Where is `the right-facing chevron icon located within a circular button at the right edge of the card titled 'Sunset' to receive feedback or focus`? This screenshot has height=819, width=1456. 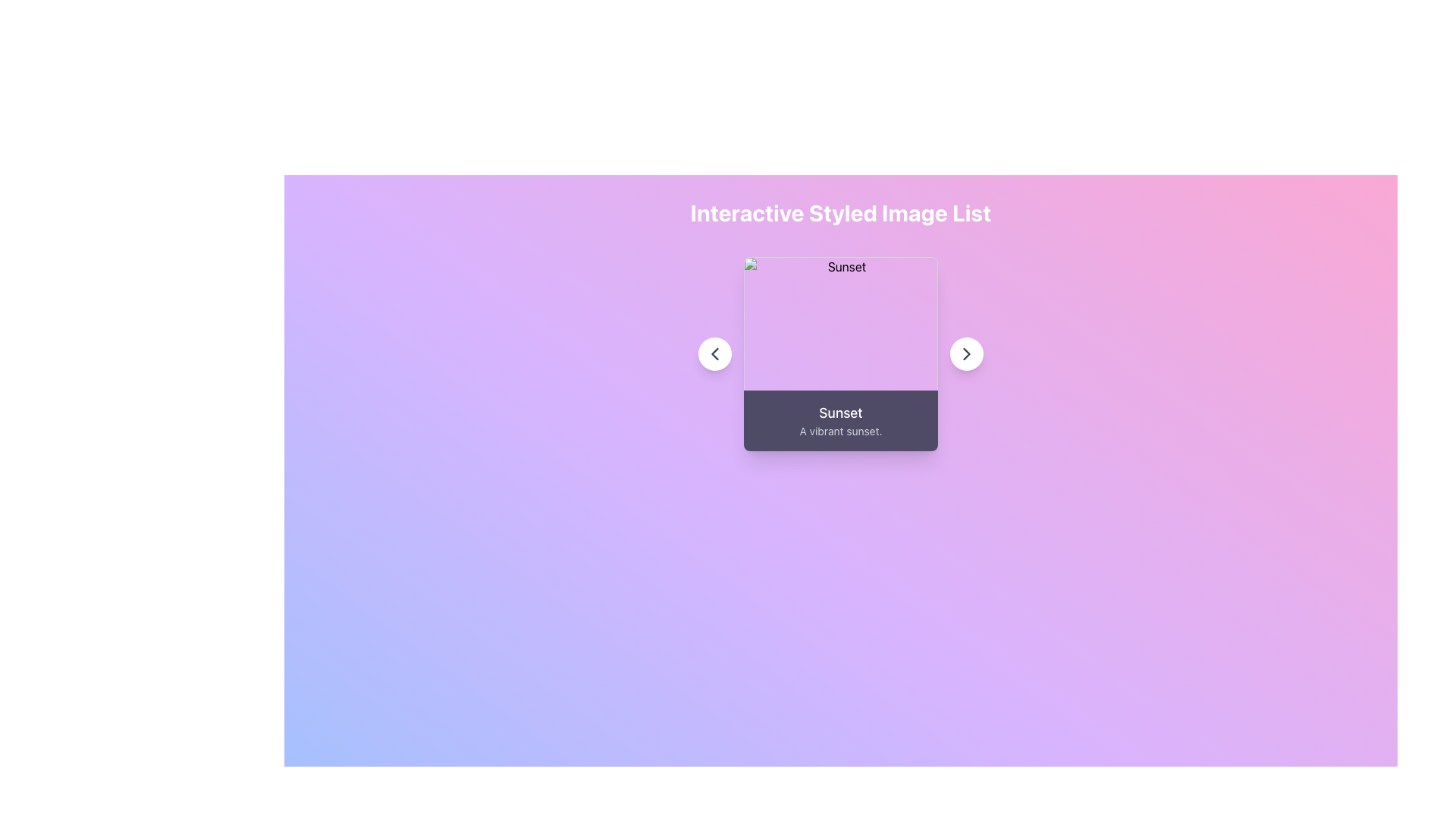 the right-facing chevron icon located within a circular button at the right edge of the card titled 'Sunset' to receive feedback or focus is located at coordinates (966, 353).